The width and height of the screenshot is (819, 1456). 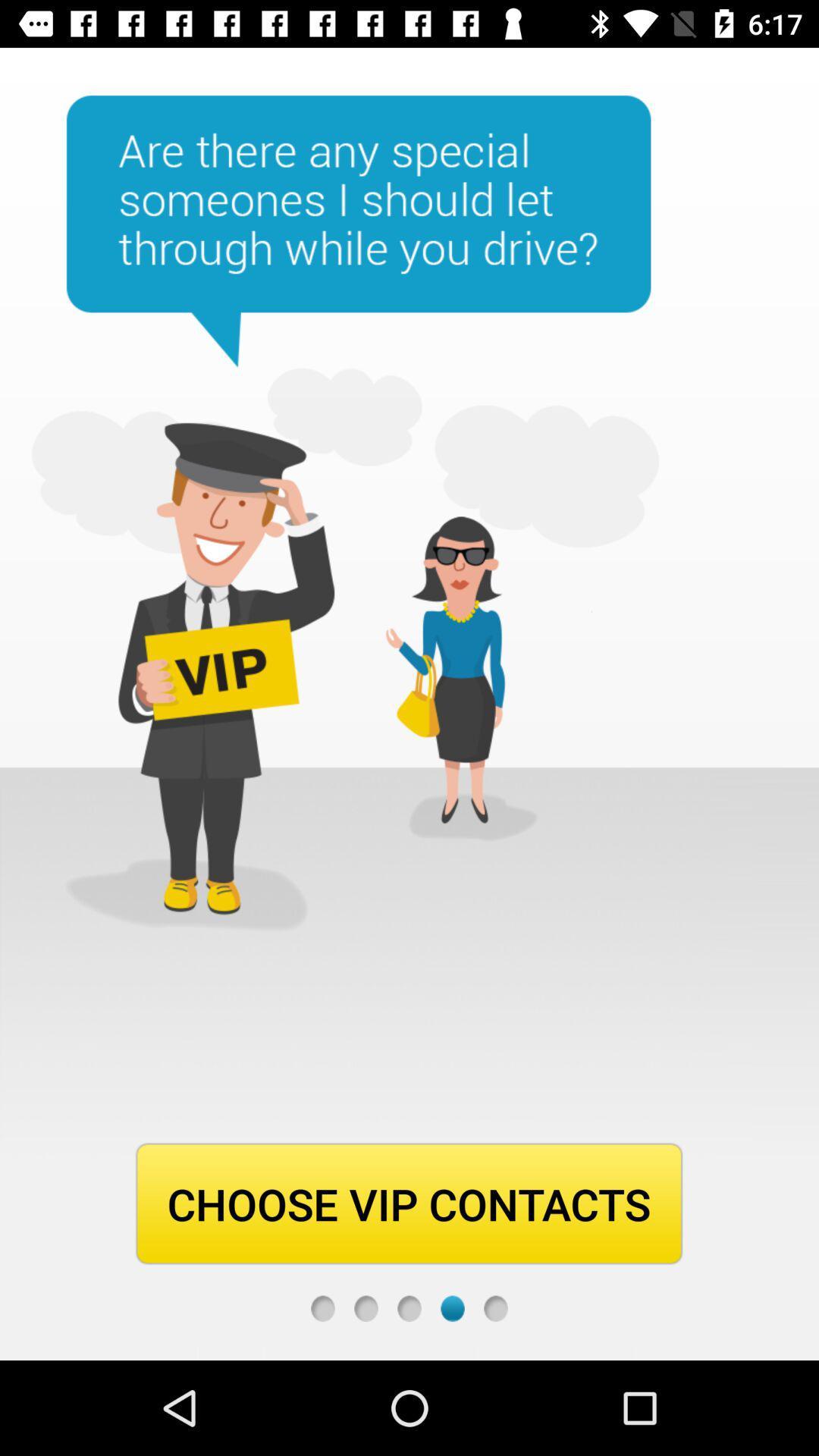 What do you see at coordinates (496, 1307) in the screenshot?
I see `next page` at bounding box center [496, 1307].